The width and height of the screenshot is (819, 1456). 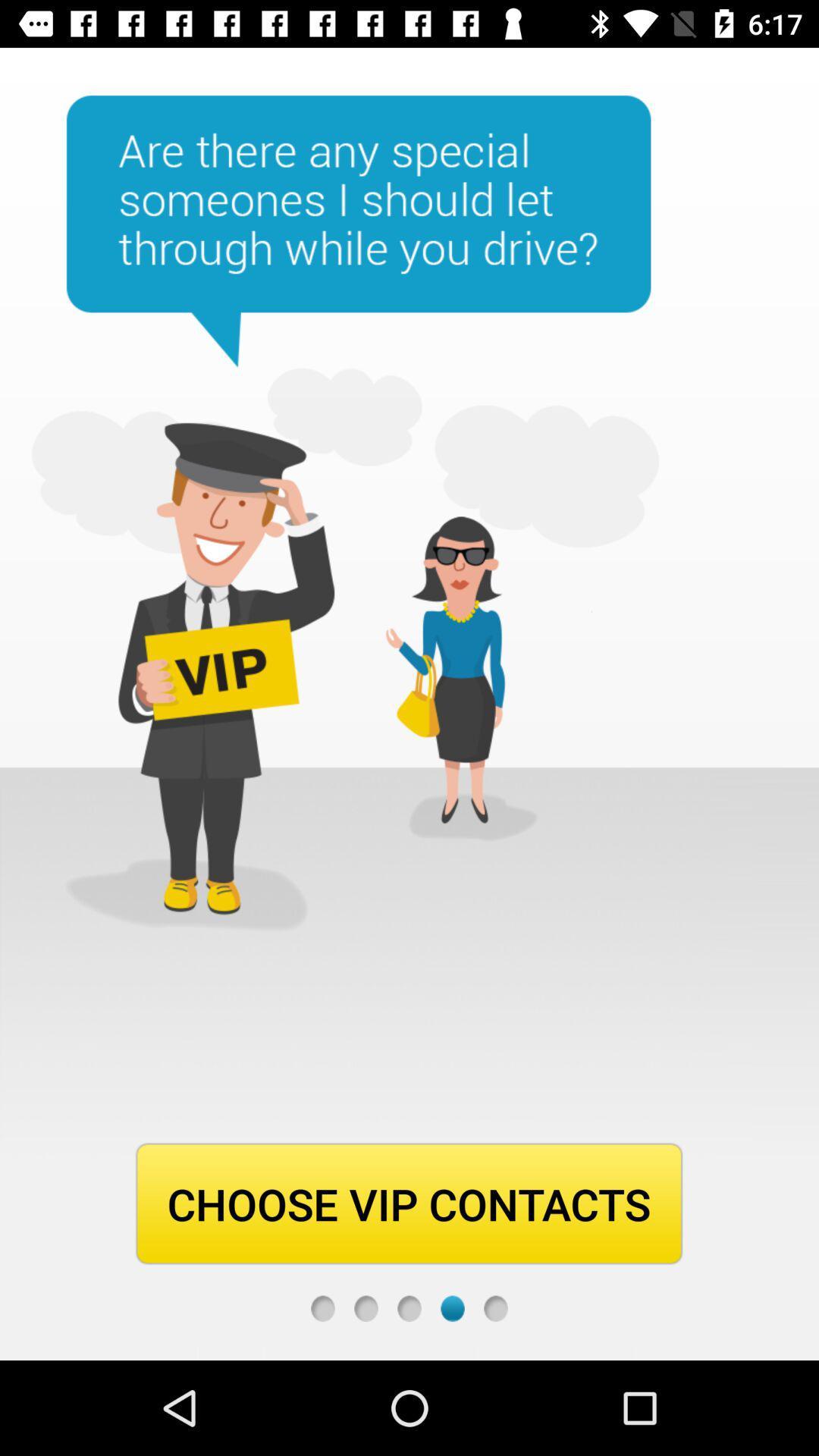 What do you see at coordinates (496, 1307) in the screenshot?
I see `next page` at bounding box center [496, 1307].